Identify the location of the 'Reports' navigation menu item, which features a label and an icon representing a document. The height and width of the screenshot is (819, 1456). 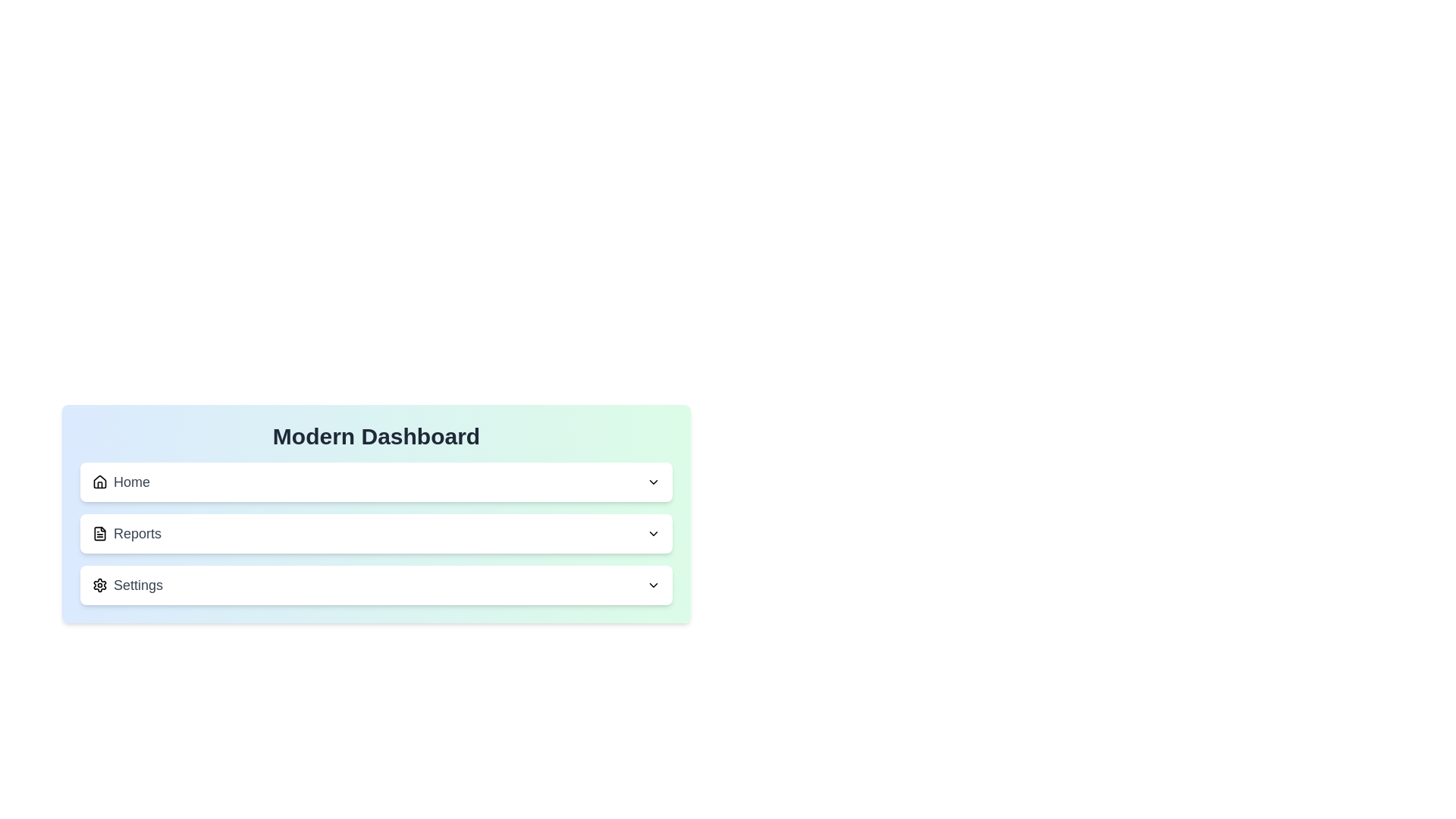
(127, 533).